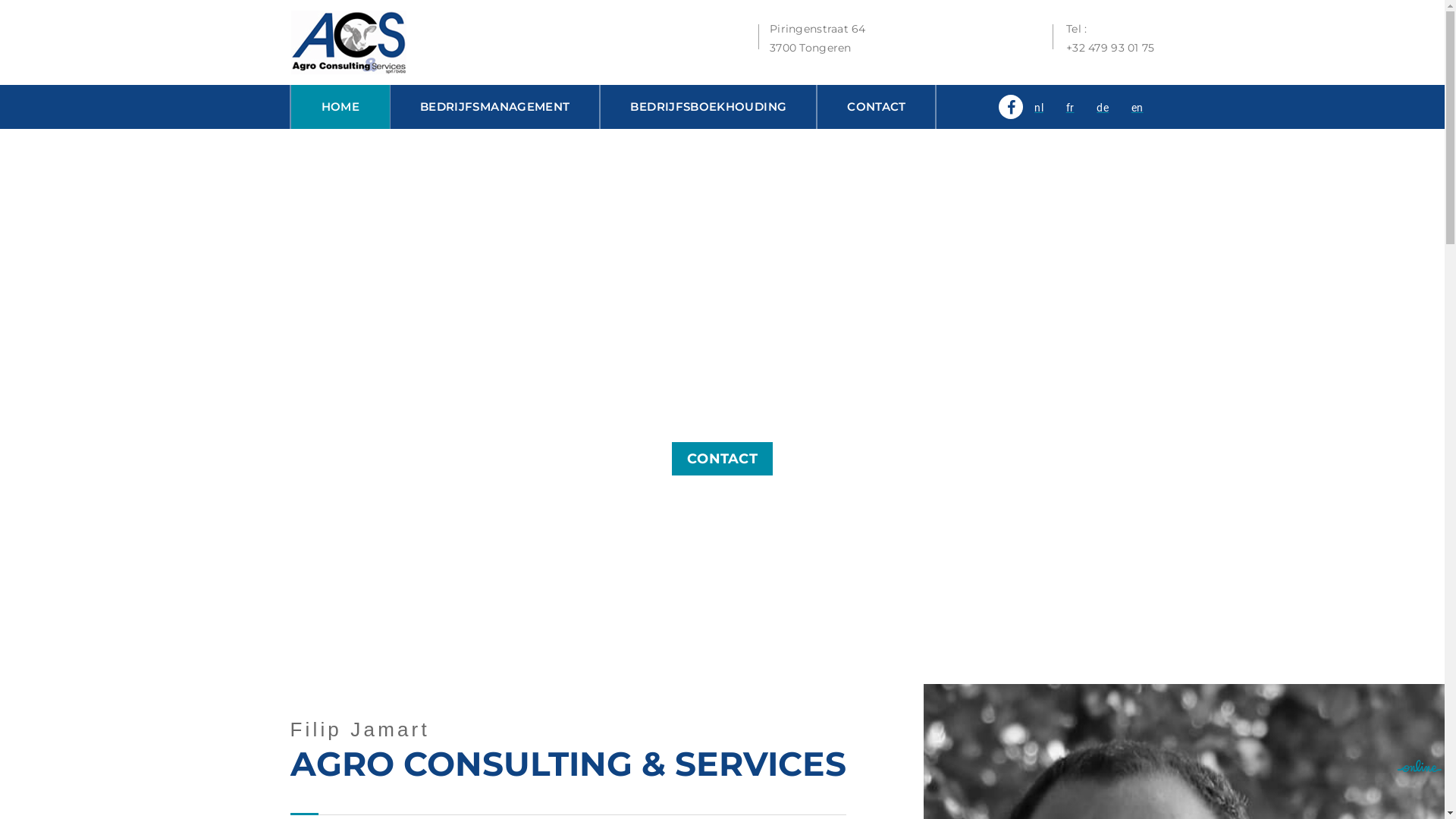 Image resolution: width=1456 pixels, height=819 pixels. Describe the element at coordinates (1037, 107) in the screenshot. I see `'nl'` at that location.